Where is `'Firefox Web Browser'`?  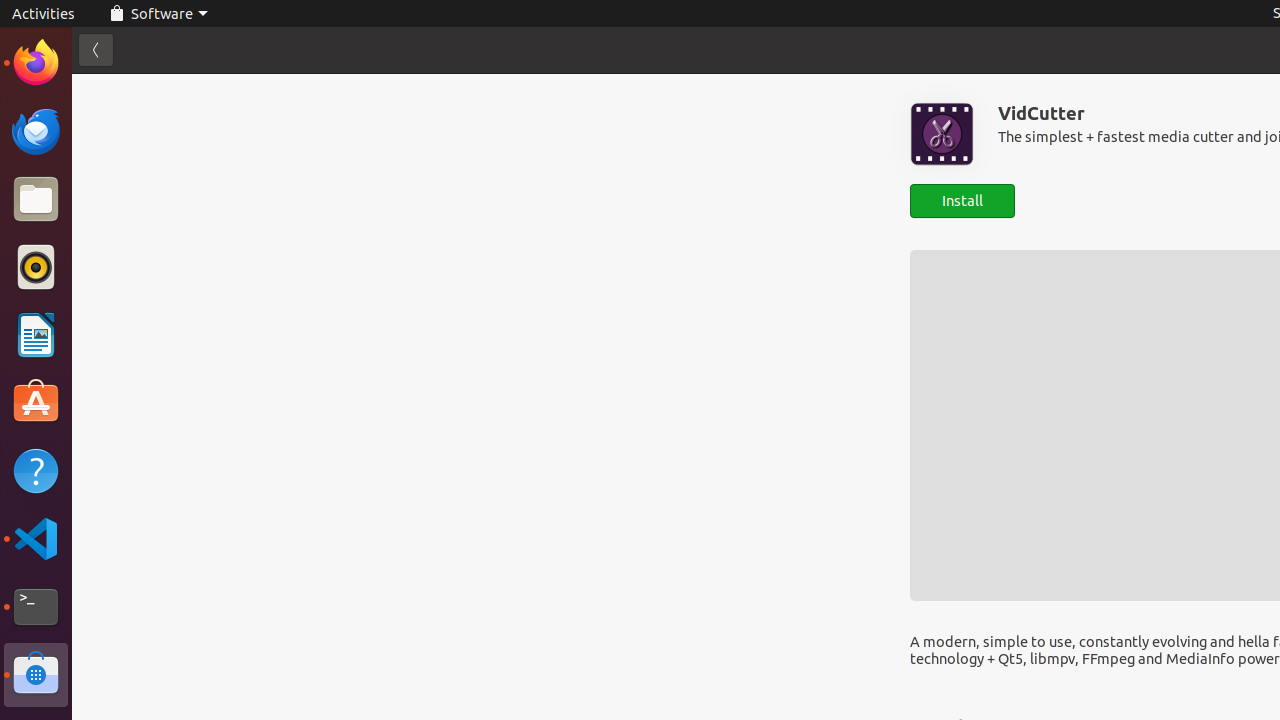 'Firefox Web Browser' is located at coordinates (35, 61).